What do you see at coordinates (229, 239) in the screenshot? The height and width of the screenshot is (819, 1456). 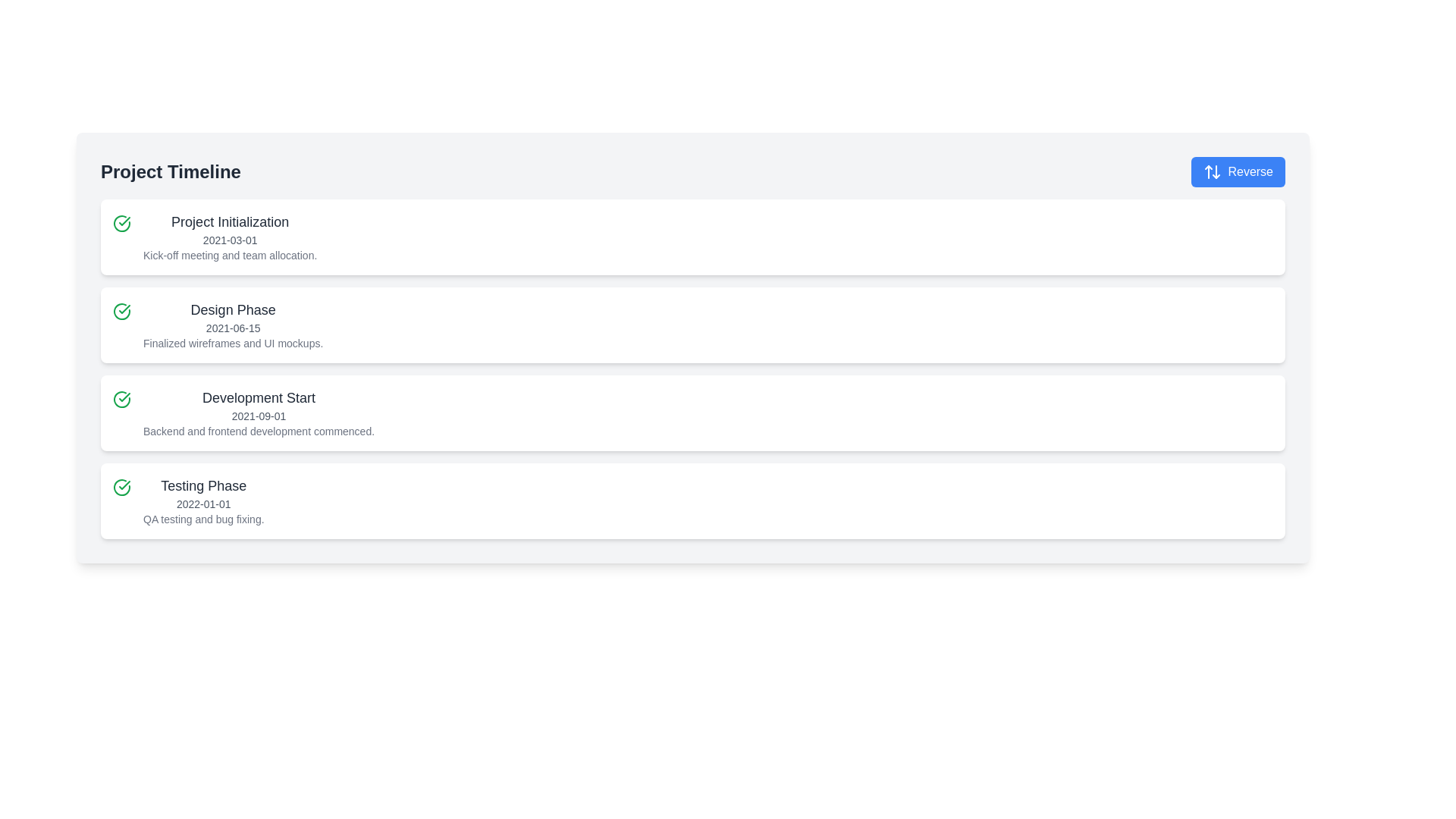 I see `the text that displays the date associated with the 'Project Initialization' phase, located directly below the 'Project Initialization' title in the first card of the project timeline` at bounding box center [229, 239].